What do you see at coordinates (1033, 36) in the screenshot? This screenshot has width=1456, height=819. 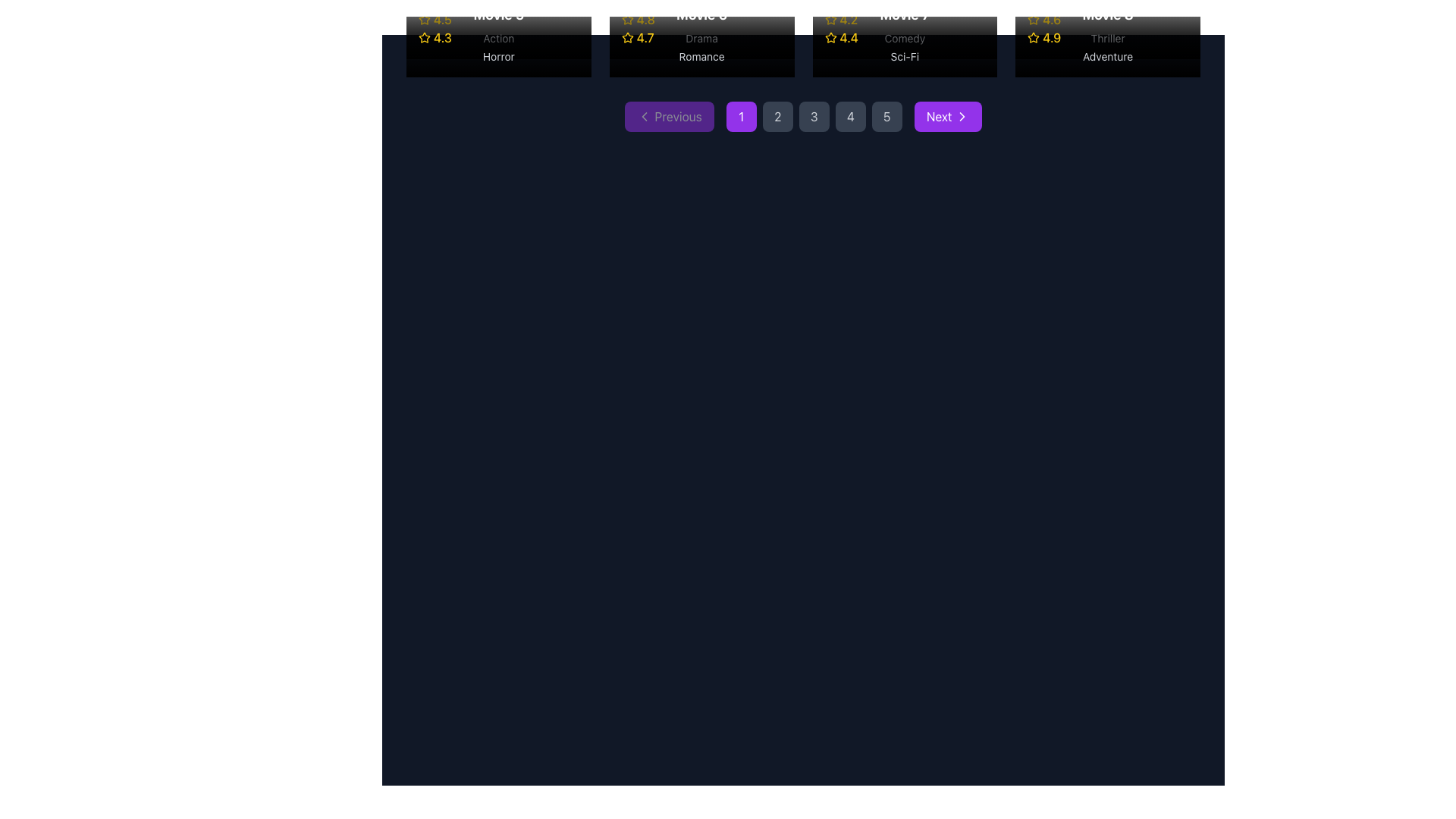 I see `the star-shaped icon representing a 4.9 rating in the 'Thriller, Adventure' category tile, which is styled with a yellow fill color and is the only star icon present in this rating group` at bounding box center [1033, 36].